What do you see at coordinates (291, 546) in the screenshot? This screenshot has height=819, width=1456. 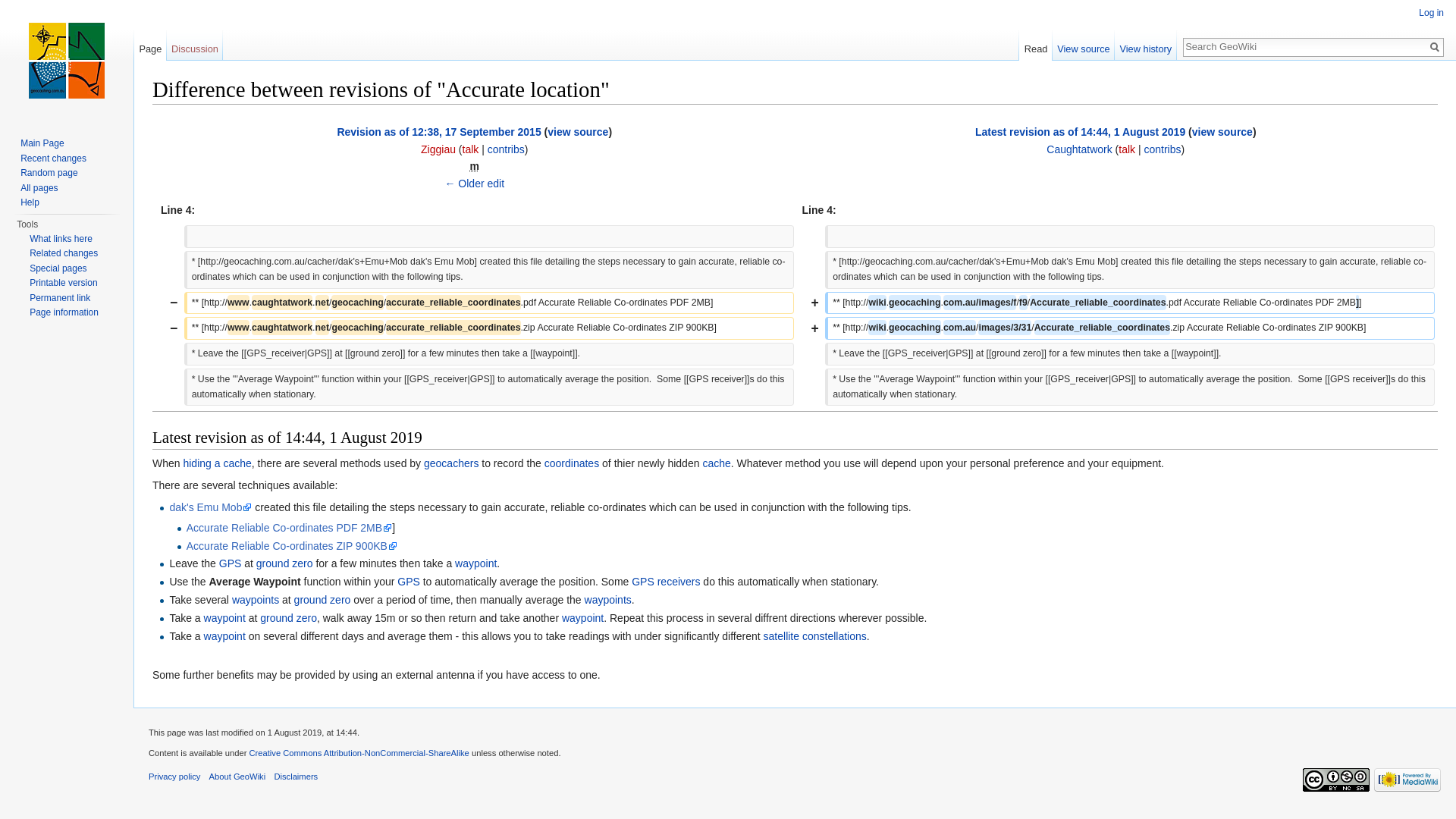 I see `'Accurate Reliable Co-ordinates ZIP 900KB'` at bounding box center [291, 546].